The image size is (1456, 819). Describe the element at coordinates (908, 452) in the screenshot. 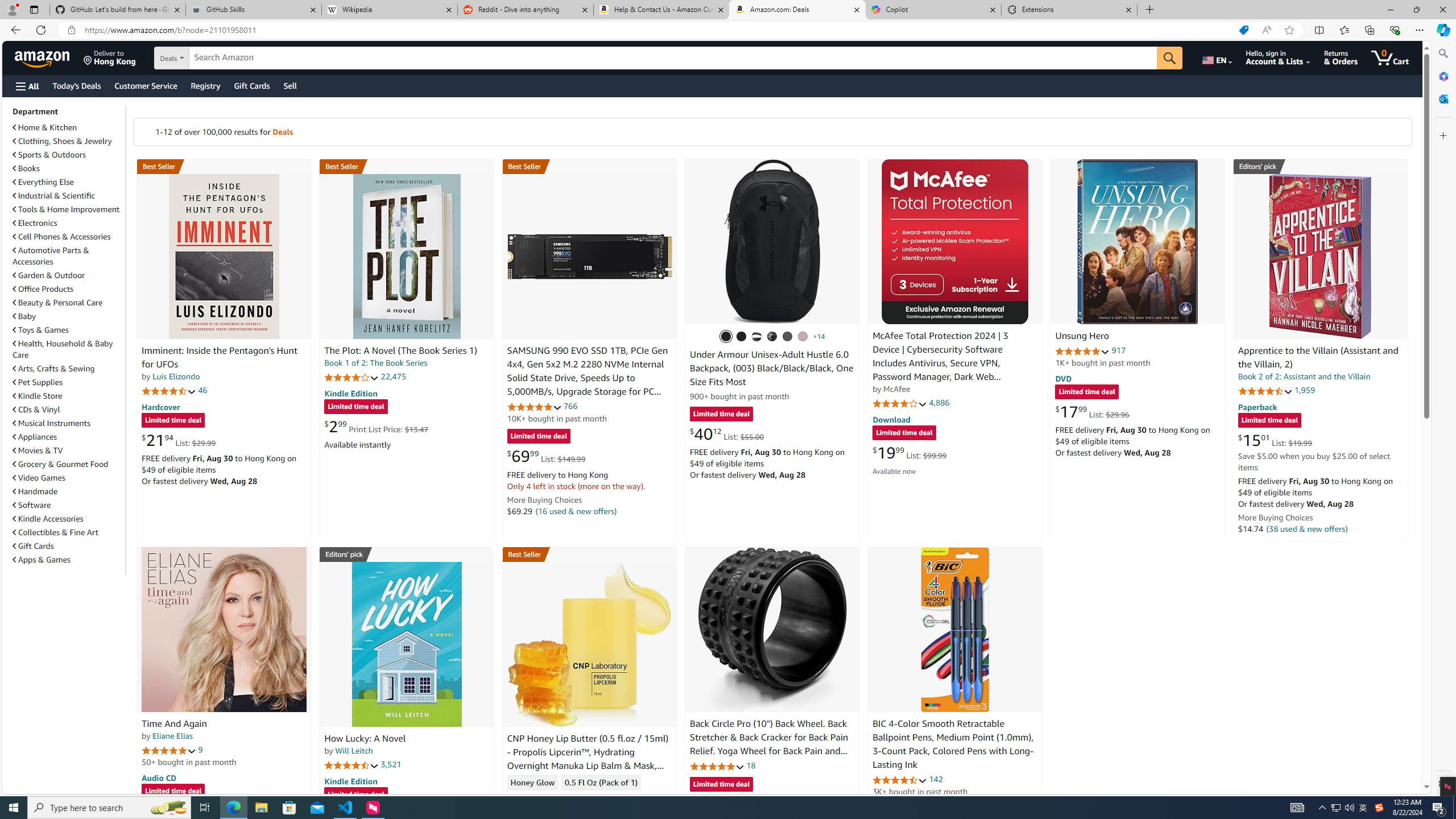

I see `'$19.99 List: $99.99'` at that location.